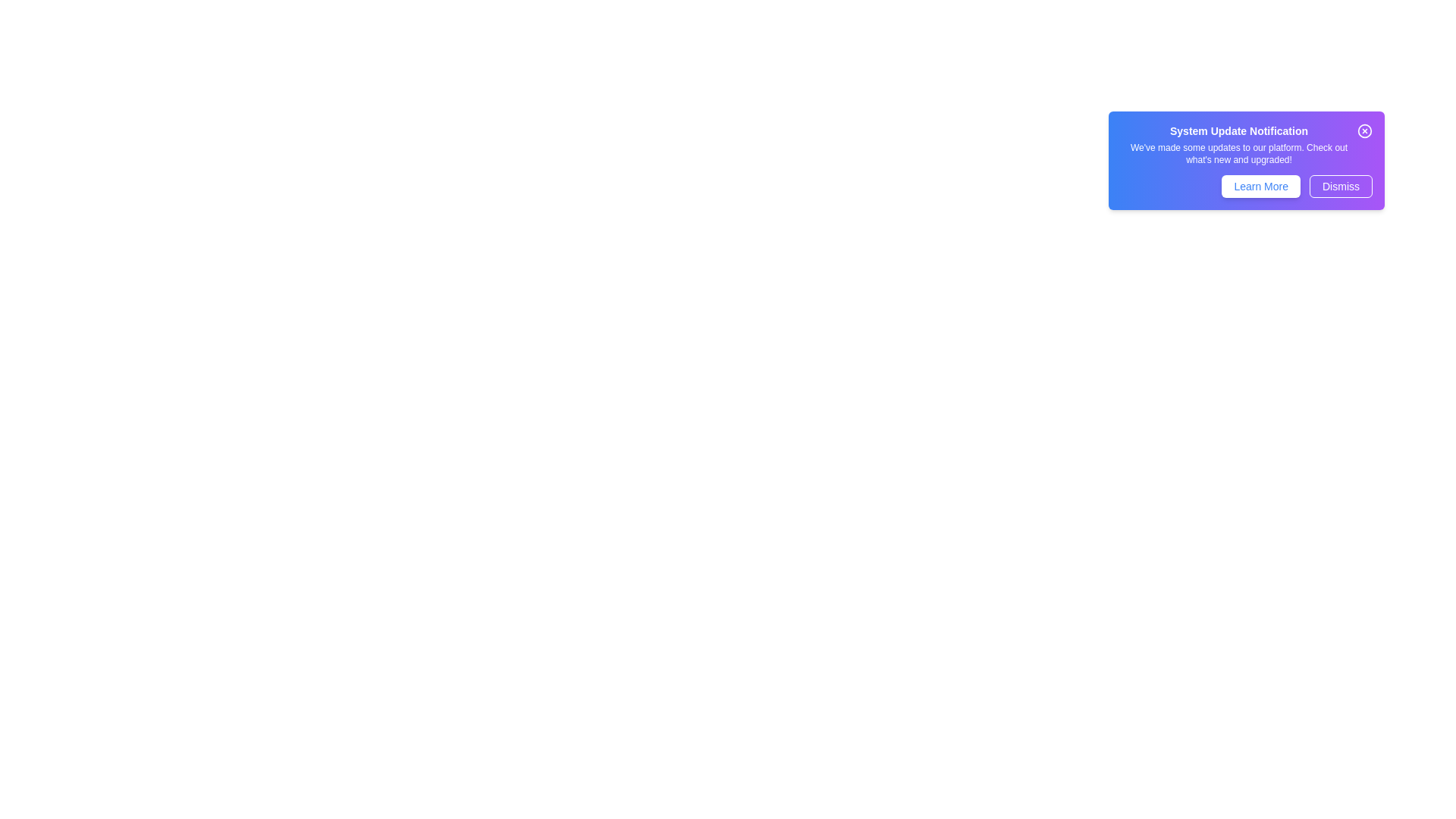 This screenshot has width=1456, height=819. Describe the element at coordinates (1365, 130) in the screenshot. I see `the dismiss button located in the top-right corner of the notification box` at that location.